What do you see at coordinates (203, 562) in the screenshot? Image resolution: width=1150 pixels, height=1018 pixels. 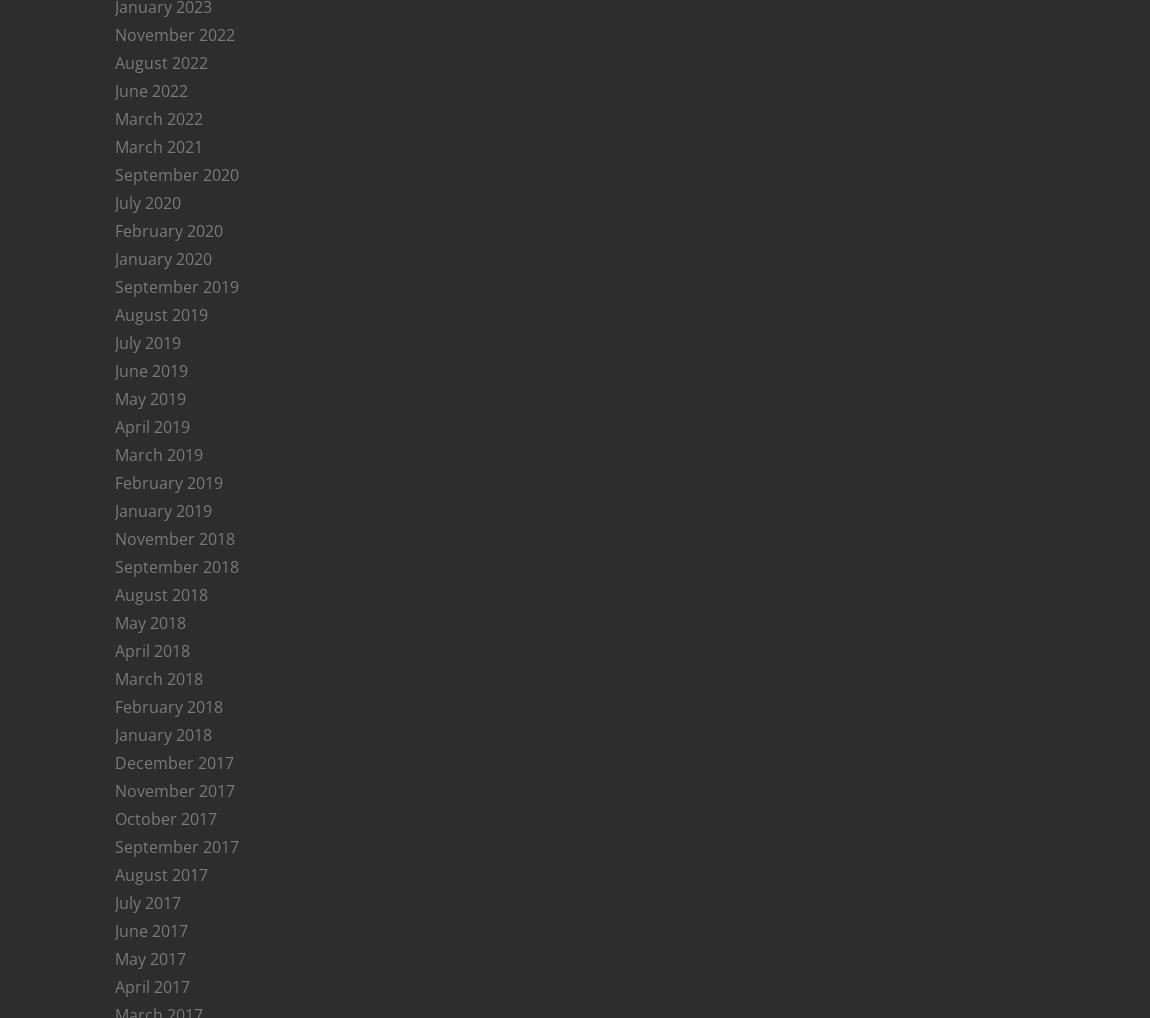 I see `'winneyb'` at bounding box center [203, 562].